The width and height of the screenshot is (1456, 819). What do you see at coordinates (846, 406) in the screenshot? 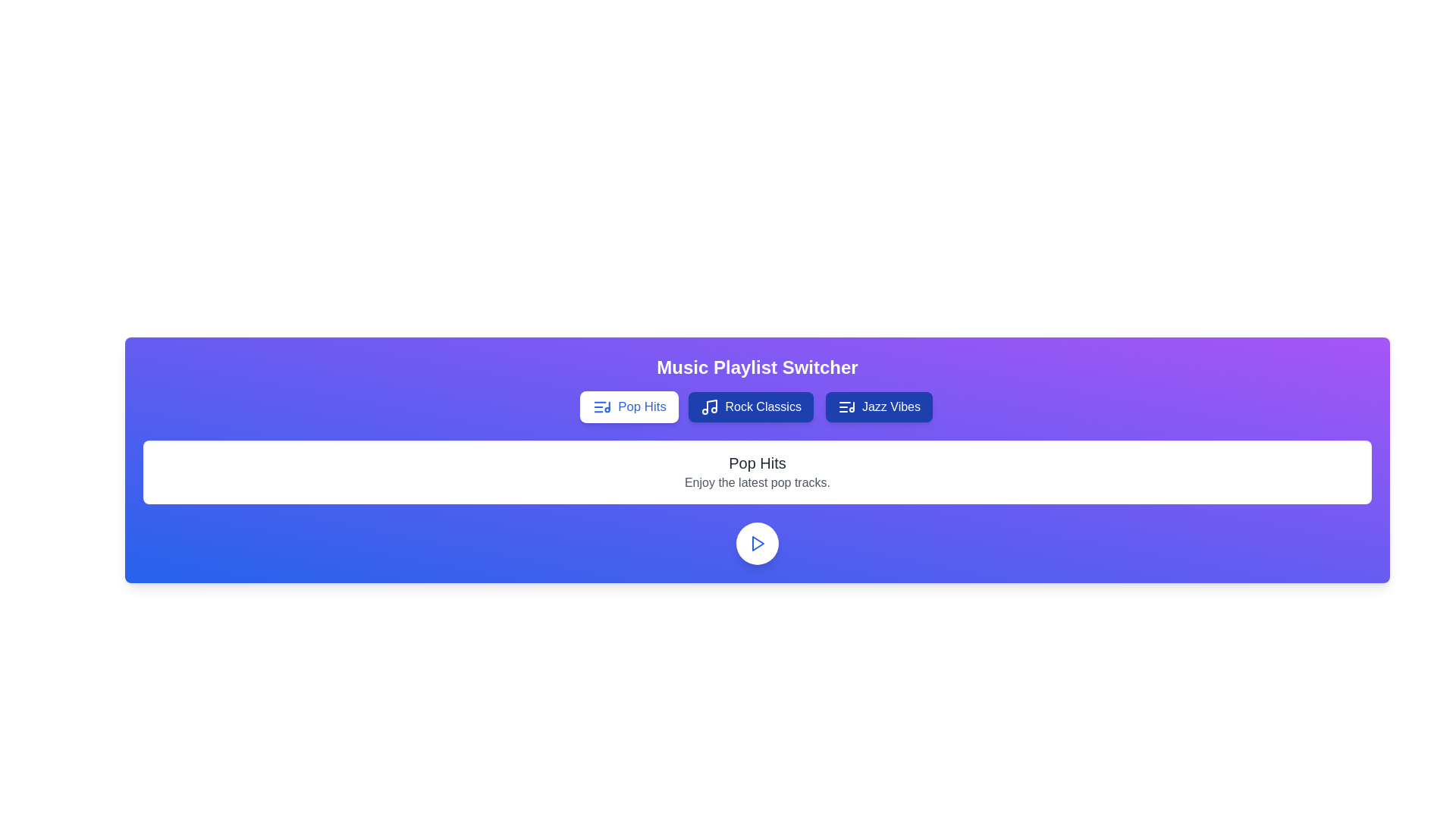
I see `the decorative icon for the 'Jazz Vibes' button, which is positioned on the left side of the button's textual label within a group of three buttons` at bounding box center [846, 406].